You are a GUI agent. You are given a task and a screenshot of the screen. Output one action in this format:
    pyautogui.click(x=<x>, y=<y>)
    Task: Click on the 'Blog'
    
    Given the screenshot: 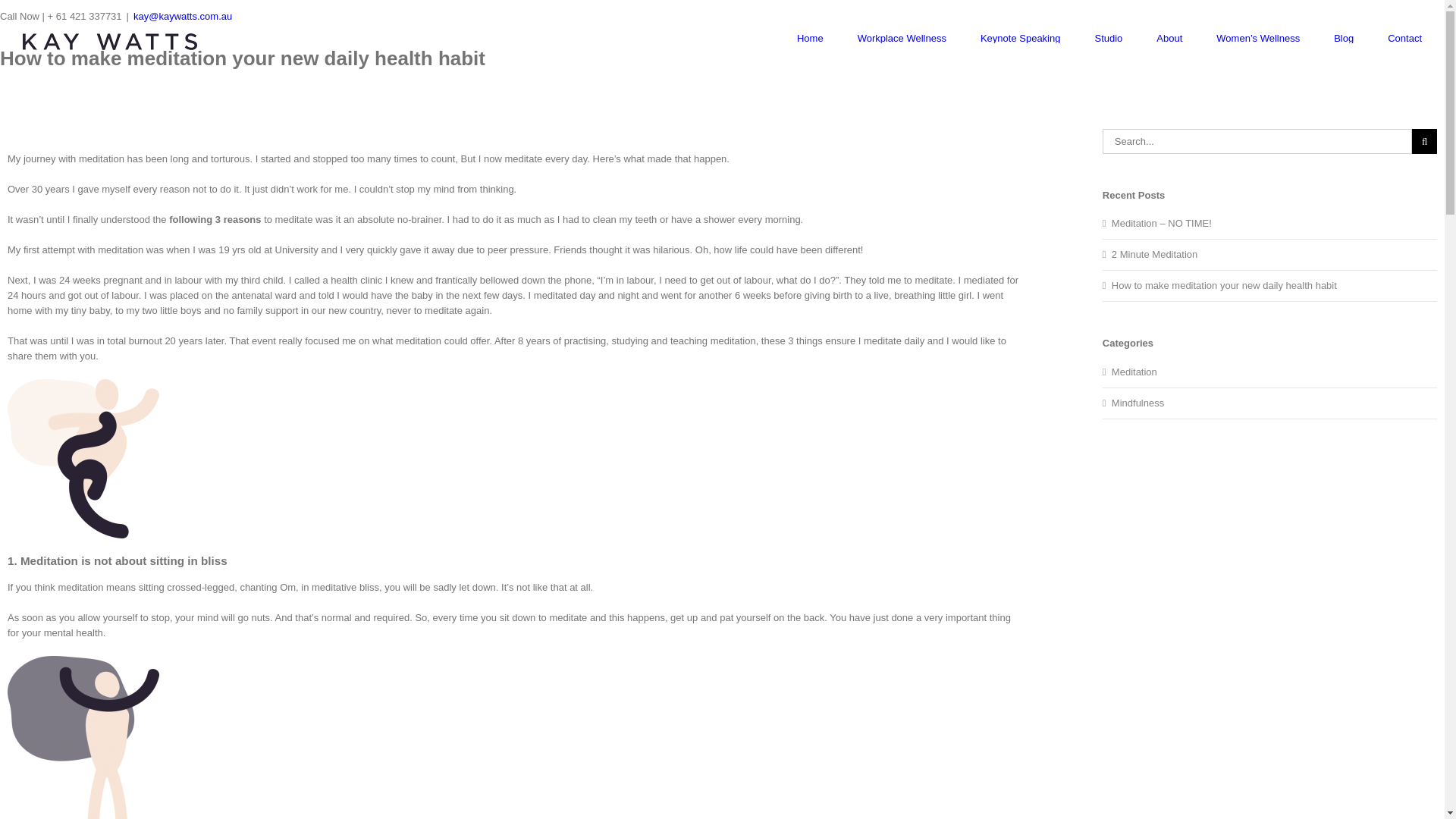 What is the action you would take?
    pyautogui.click(x=1343, y=37)
    